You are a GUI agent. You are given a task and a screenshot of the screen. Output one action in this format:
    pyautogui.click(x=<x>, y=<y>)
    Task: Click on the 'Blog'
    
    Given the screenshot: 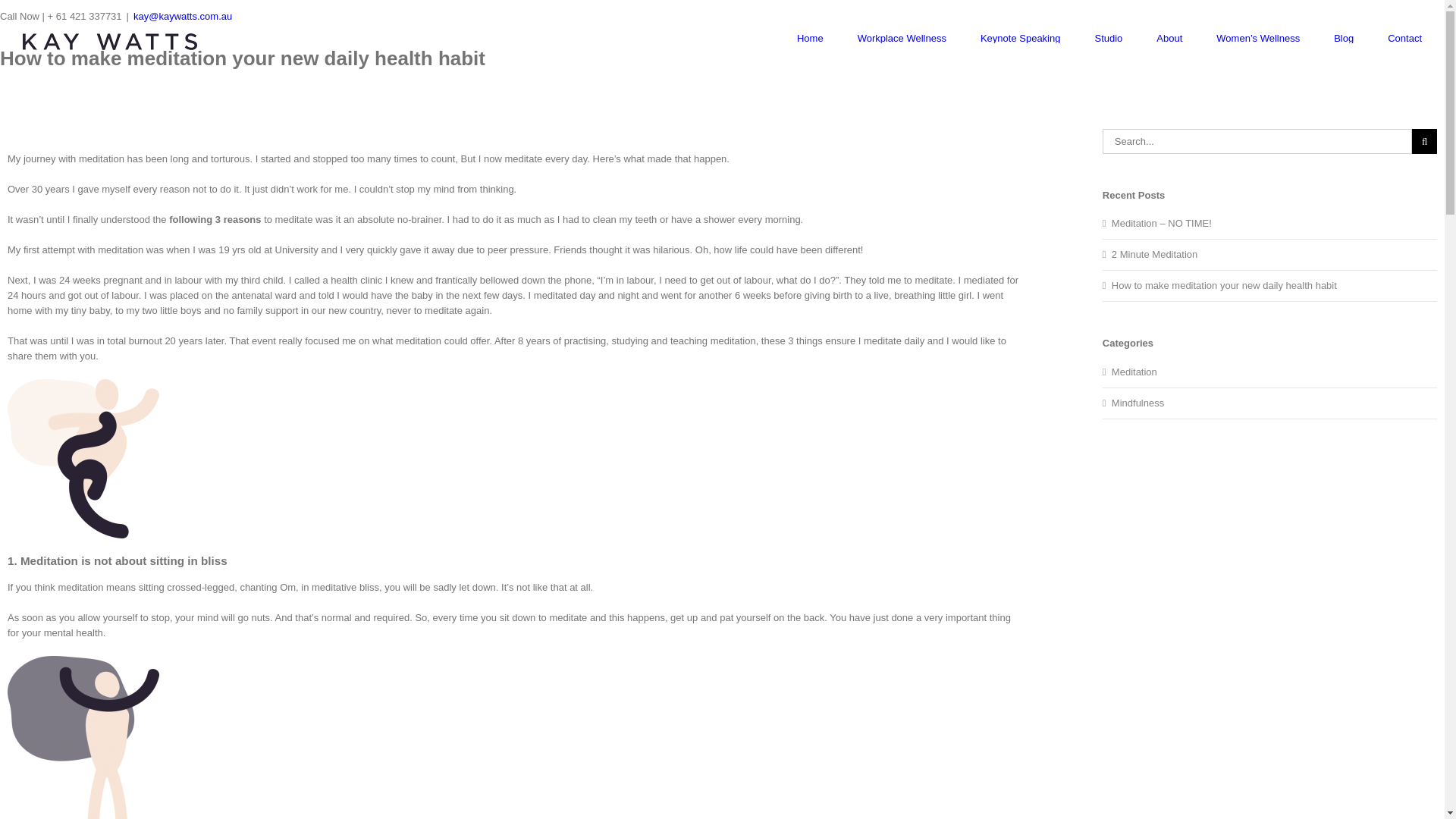 What is the action you would take?
    pyautogui.click(x=1343, y=37)
    